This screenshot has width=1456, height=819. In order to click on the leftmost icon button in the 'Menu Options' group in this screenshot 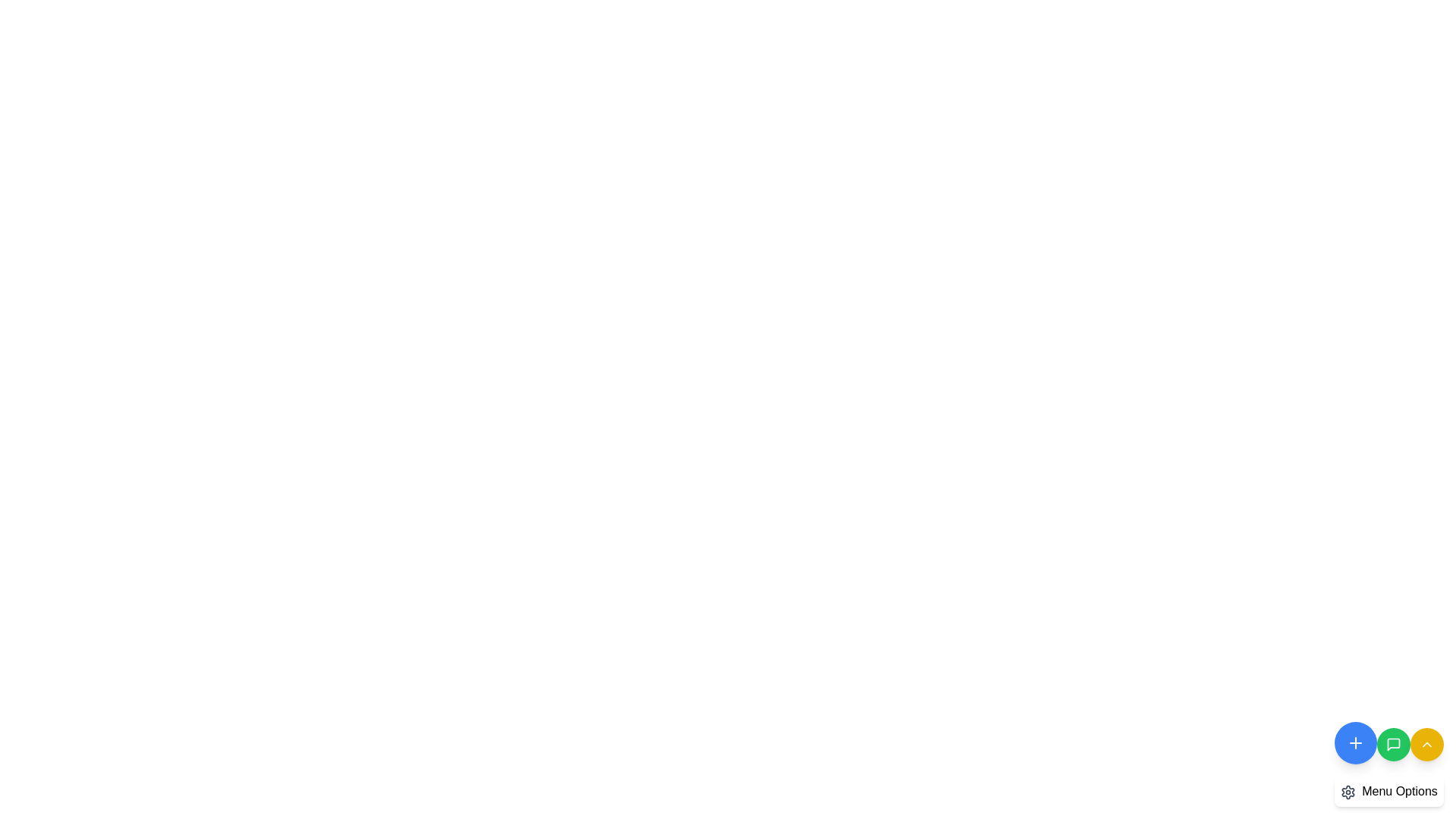, I will do `click(1348, 791)`.